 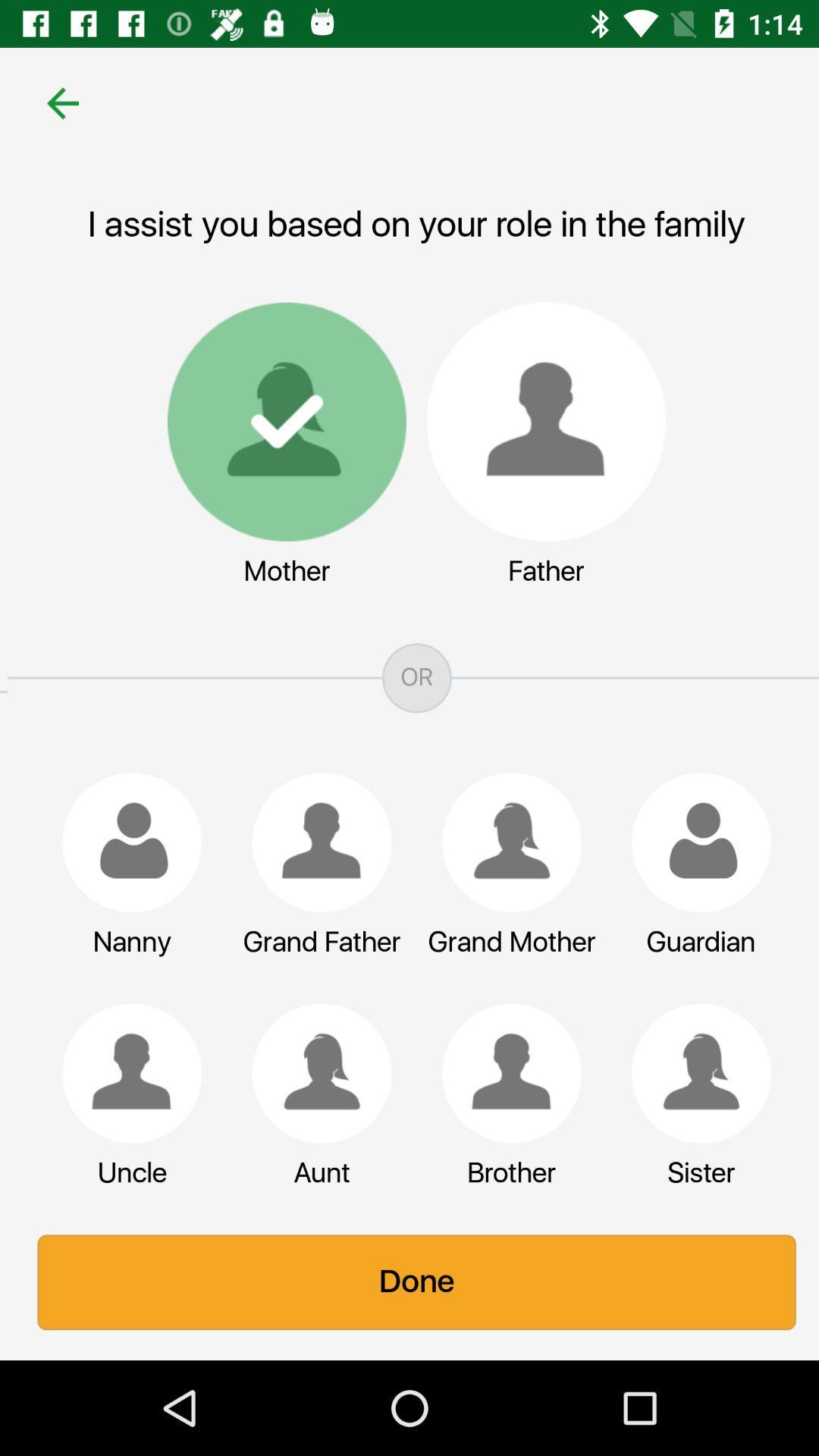 I want to click on mother option, so click(x=280, y=422).